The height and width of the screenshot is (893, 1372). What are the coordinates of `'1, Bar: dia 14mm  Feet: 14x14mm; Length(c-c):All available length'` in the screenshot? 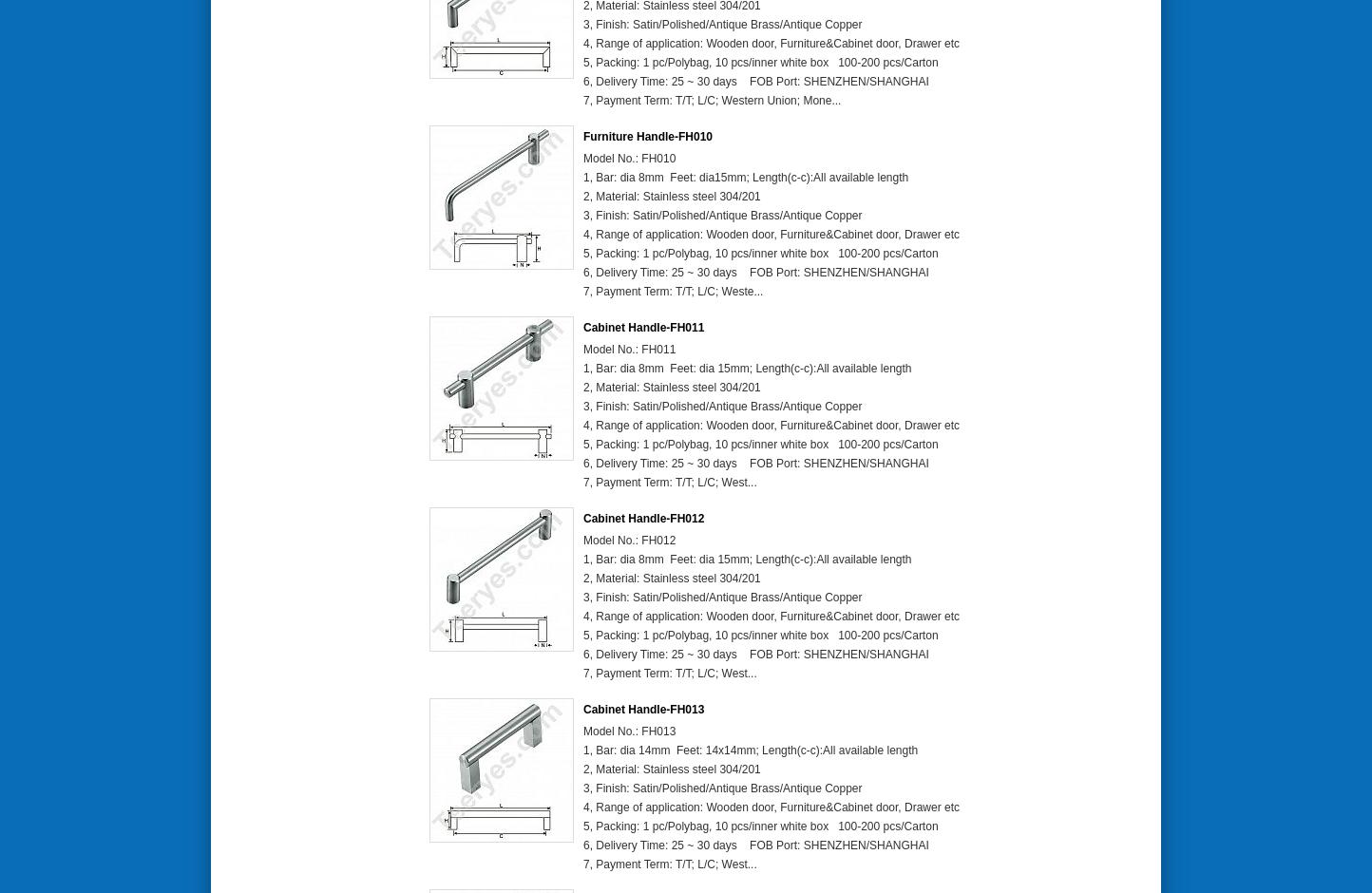 It's located at (750, 750).